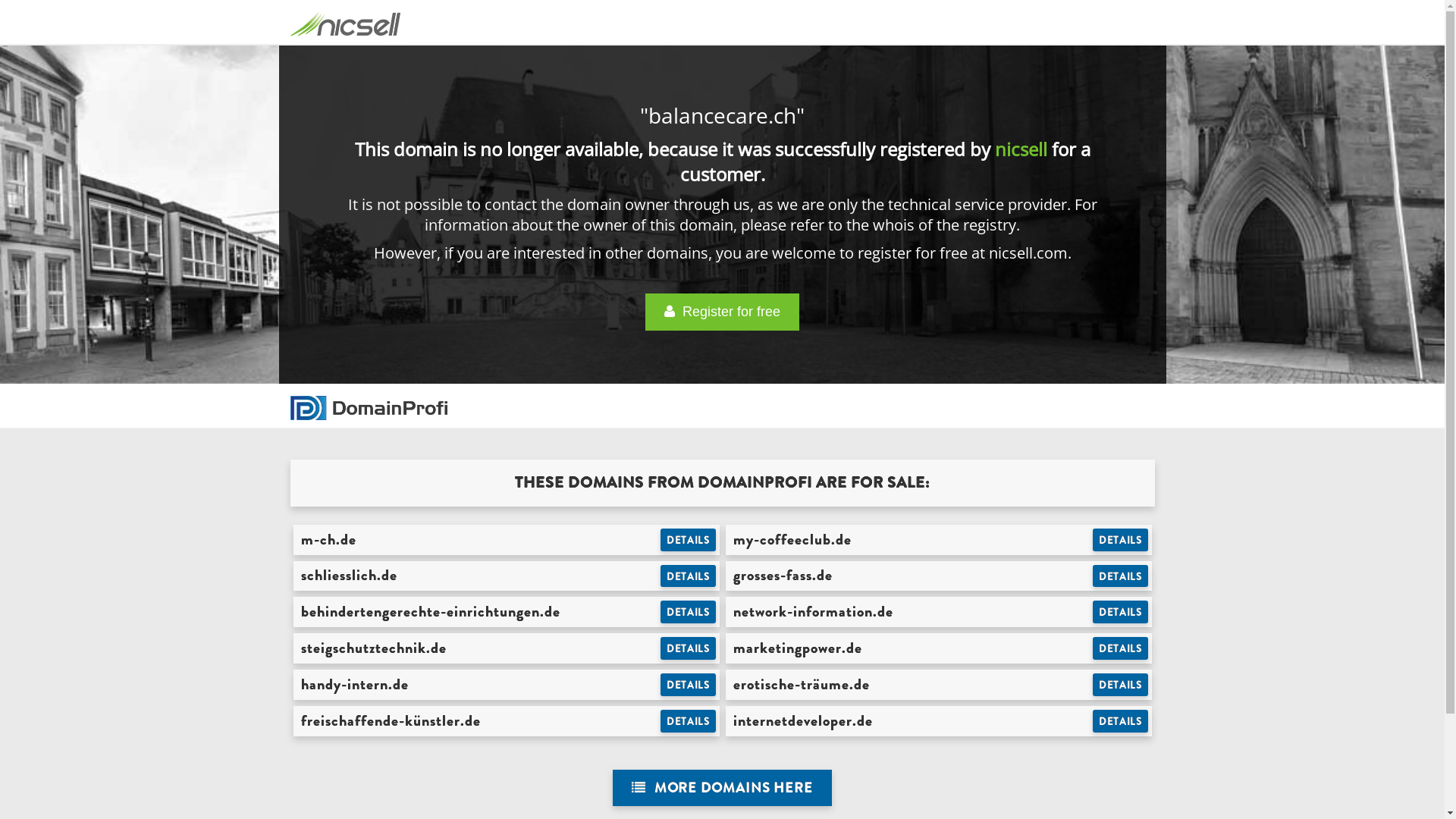  Describe the element at coordinates (1120, 610) in the screenshot. I see `'DETAILS'` at that location.